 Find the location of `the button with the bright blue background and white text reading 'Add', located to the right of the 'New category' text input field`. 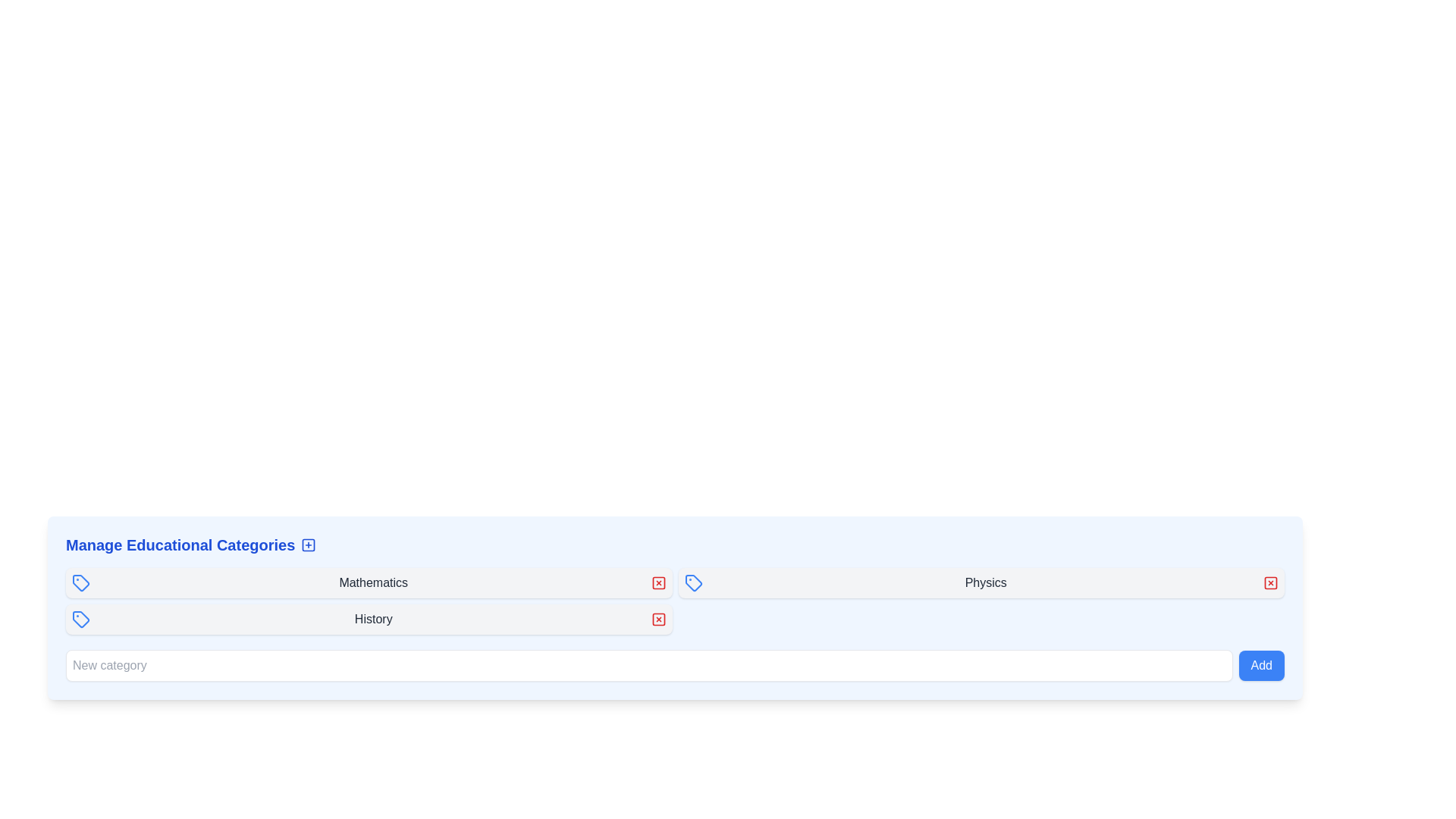

the button with the bright blue background and white text reading 'Add', located to the right of the 'New category' text input field is located at coordinates (1261, 665).